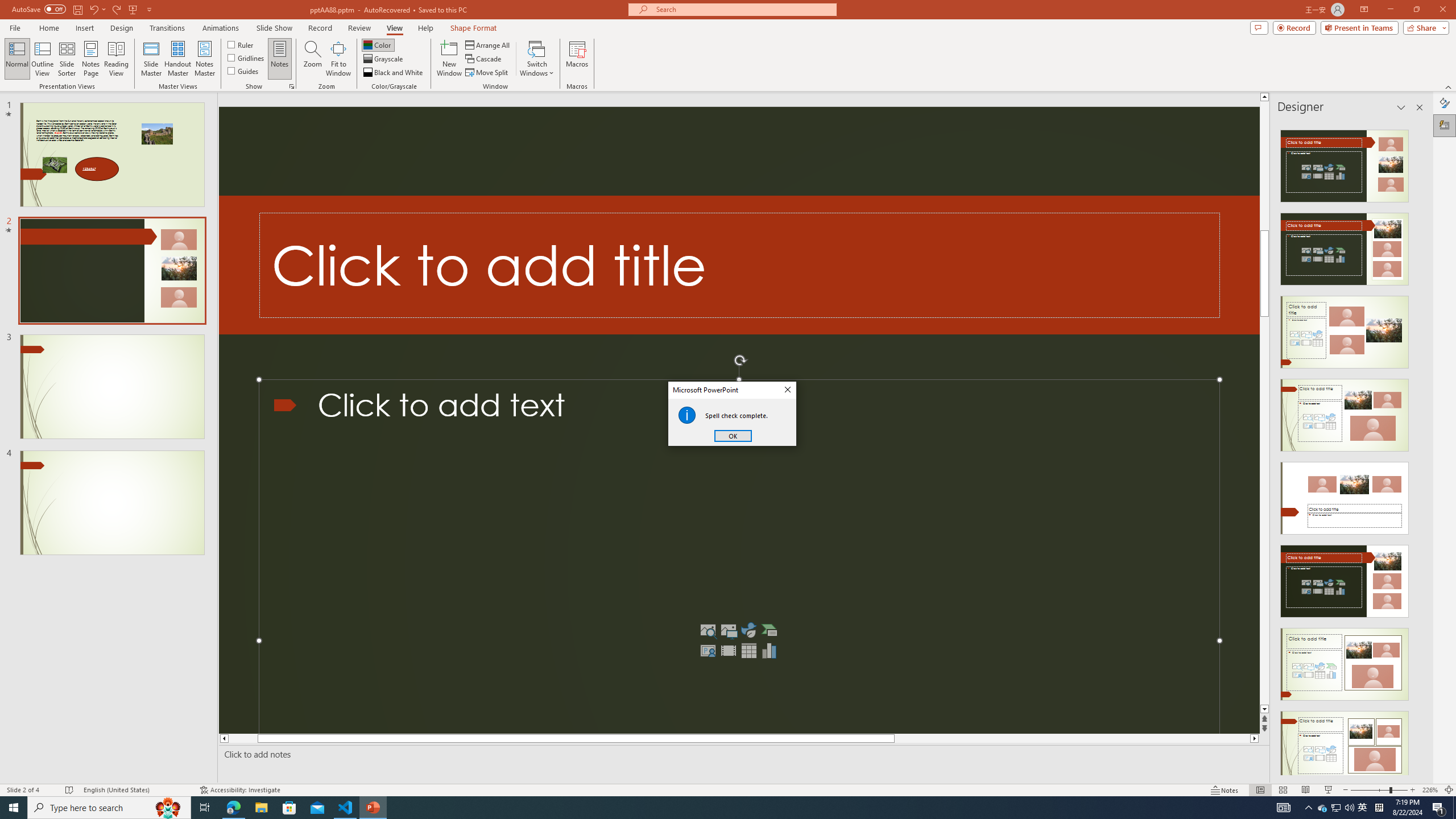 This screenshot has height=819, width=1456. What do you see at coordinates (90, 59) in the screenshot?
I see `'Notes Page'` at bounding box center [90, 59].